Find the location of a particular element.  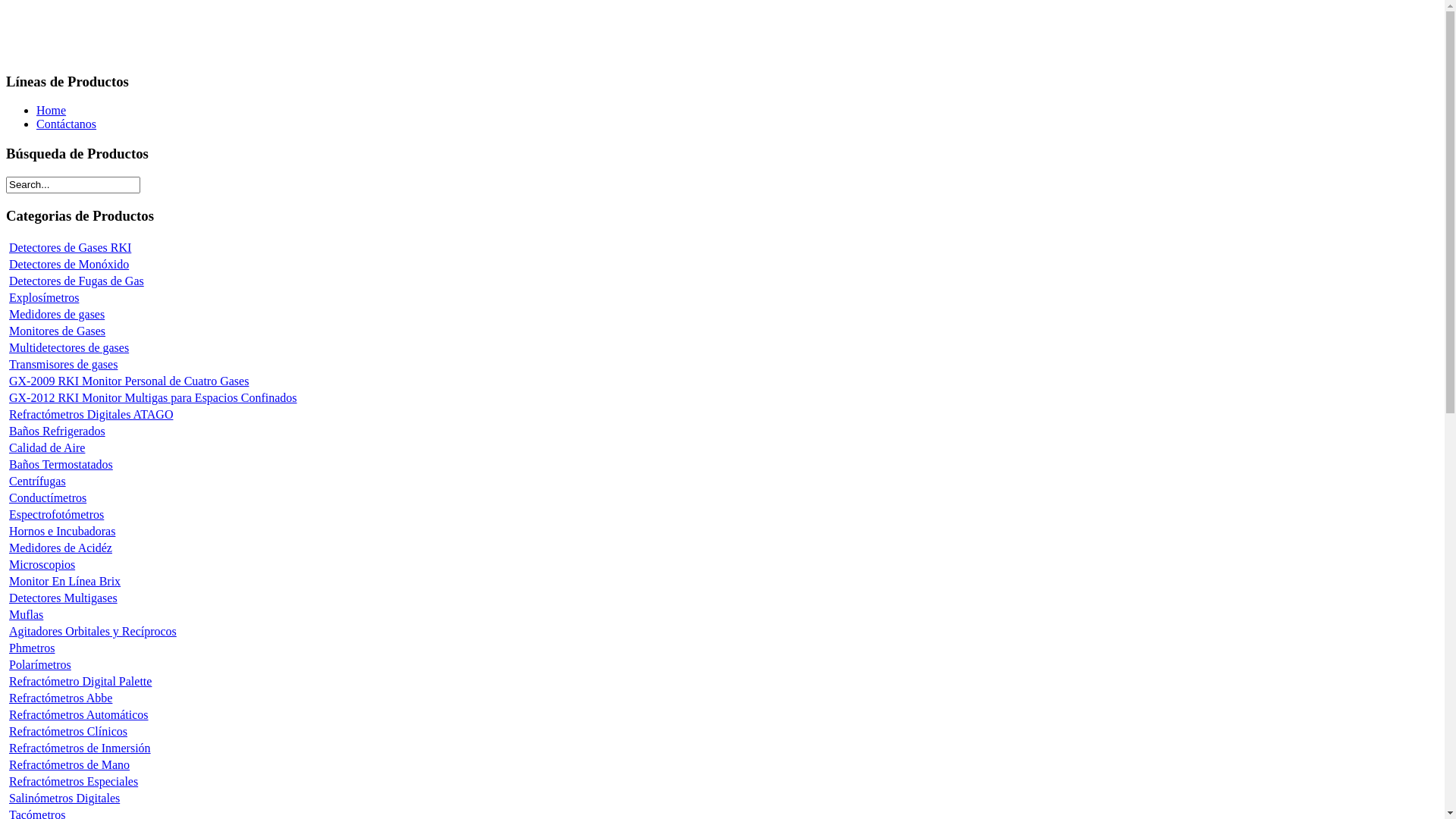

'Detectores de Fugas de Gas' is located at coordinates (75, 281).